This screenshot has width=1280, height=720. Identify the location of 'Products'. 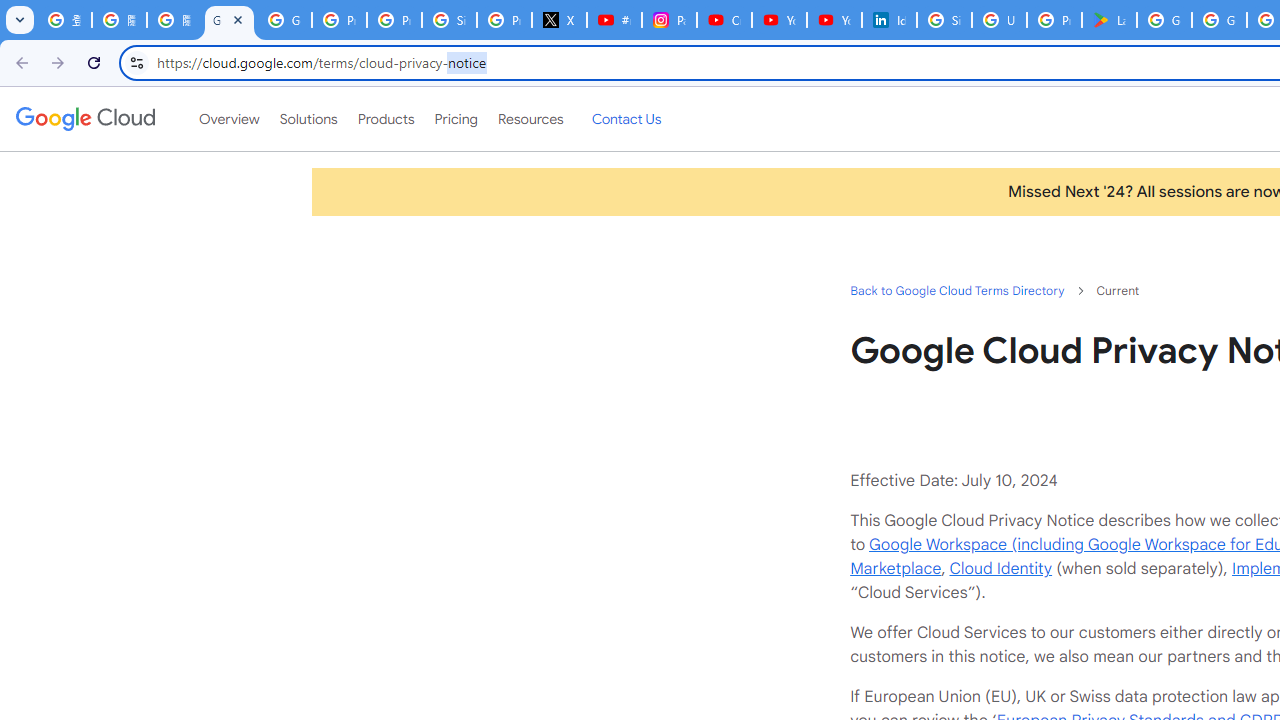
(385, 119).